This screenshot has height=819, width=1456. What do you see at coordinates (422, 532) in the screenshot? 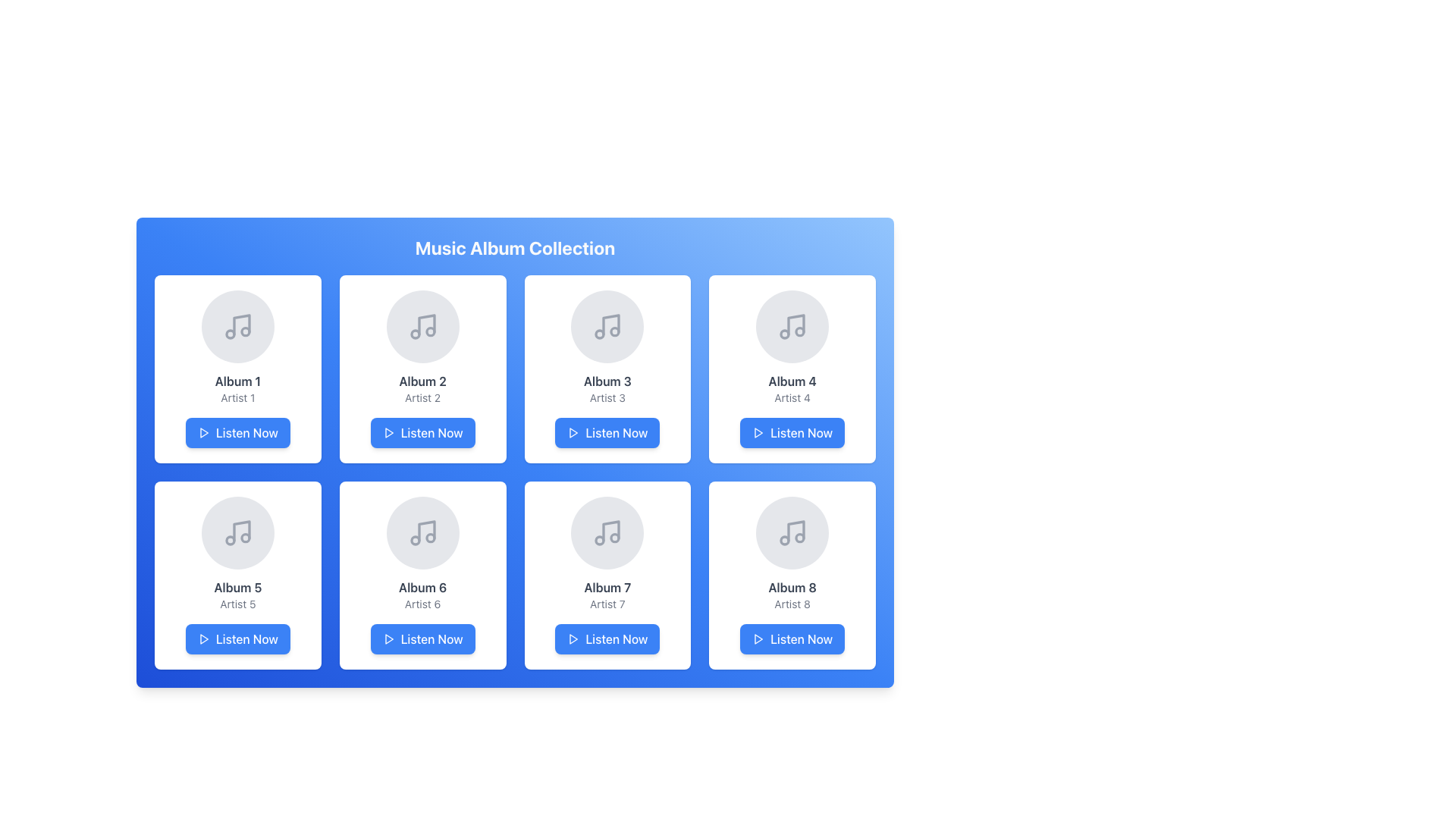
I see `the decorative icon for 'Album 6' by 'Artist 6', which is located in the center of the album card, above the 'Listen Now' button` at bounding box center [422, 532].